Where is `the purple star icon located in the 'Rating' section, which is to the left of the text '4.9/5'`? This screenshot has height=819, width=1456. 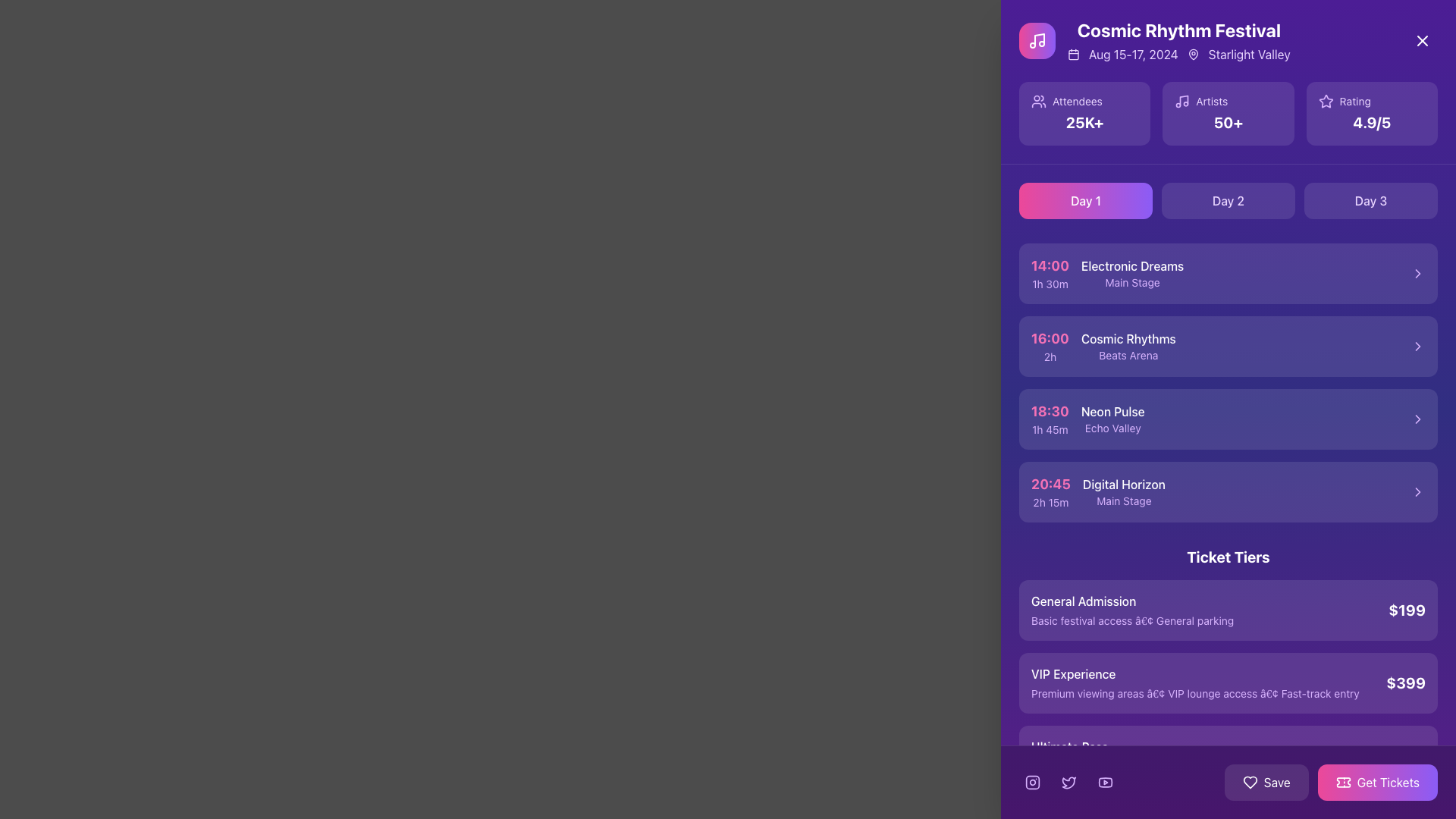
the purple star icon located in the 'Rating' section, which is to the left of the text '4.9/5' is located at coordinates (1325, 102).